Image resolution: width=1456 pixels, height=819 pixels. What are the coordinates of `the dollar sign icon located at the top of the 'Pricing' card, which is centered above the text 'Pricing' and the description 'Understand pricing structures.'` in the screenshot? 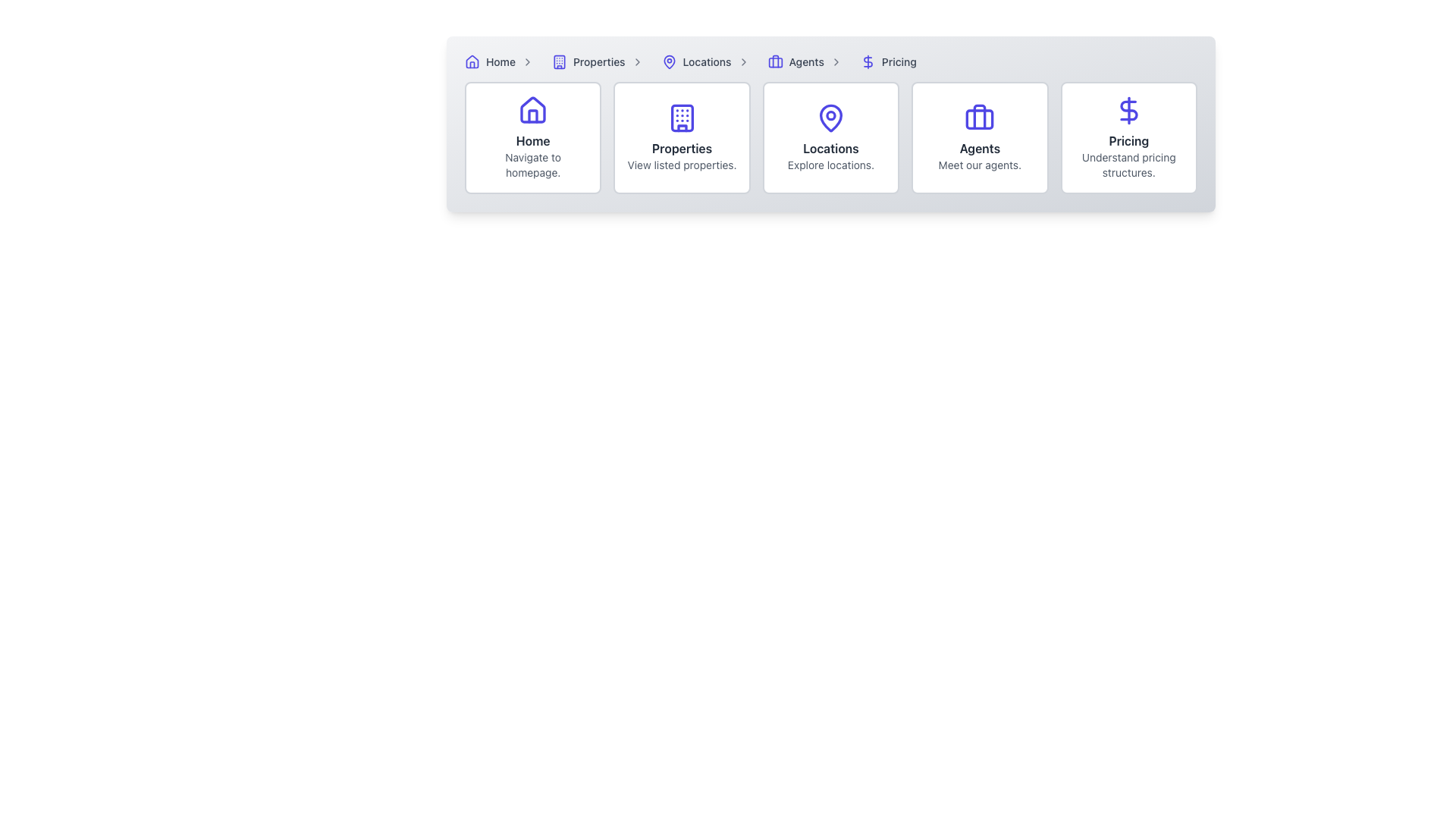 It's located at (1128, 110).